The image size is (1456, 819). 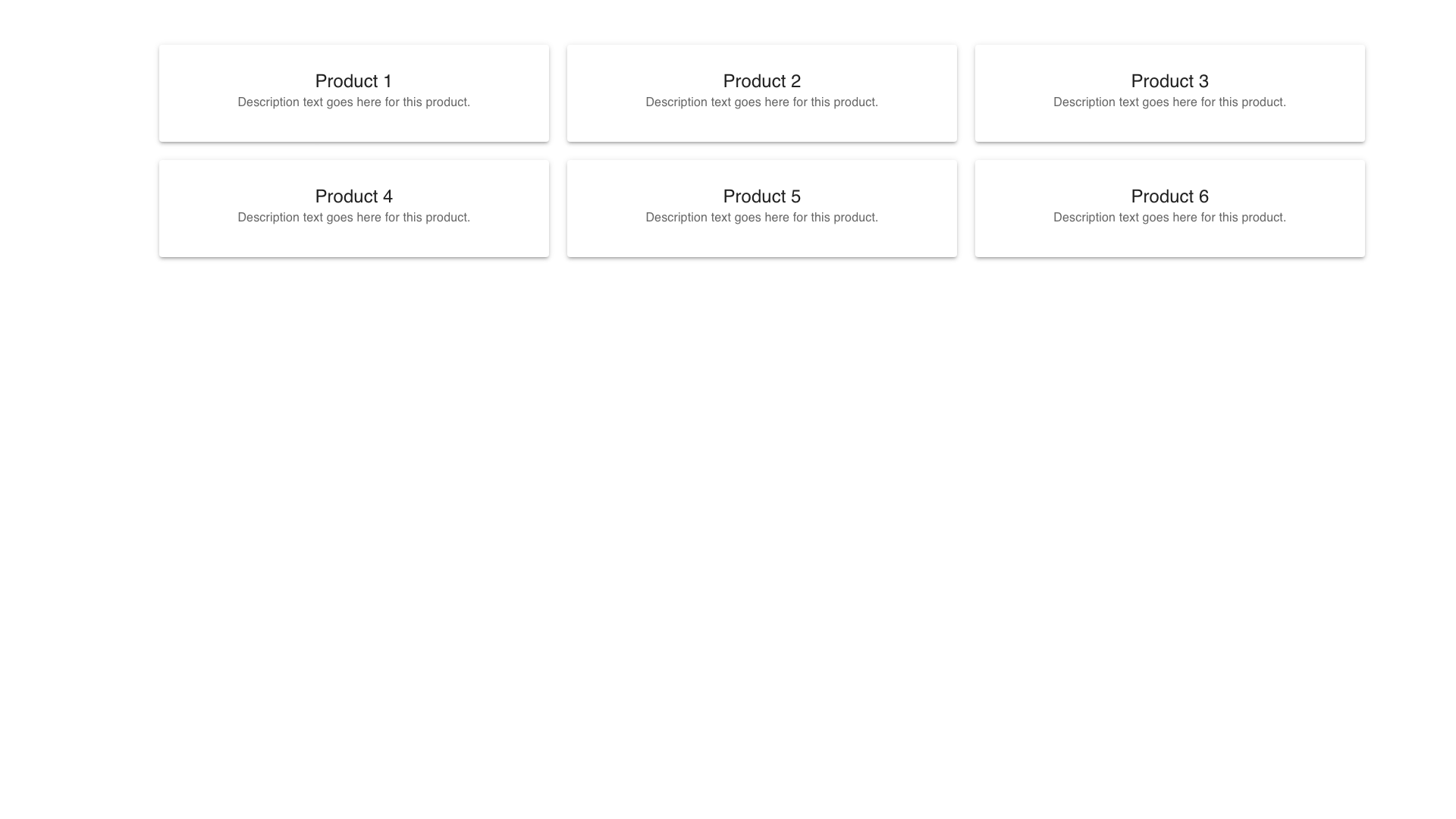 What do you see at coordinates (761, 93) in the screenshot?
I see `the card that serves as a visual representation of a specific product, located as the second card in the first row of a grid layout, positioned between 'Product 1' and 'Product 3'` at bounding box center [761, 93].